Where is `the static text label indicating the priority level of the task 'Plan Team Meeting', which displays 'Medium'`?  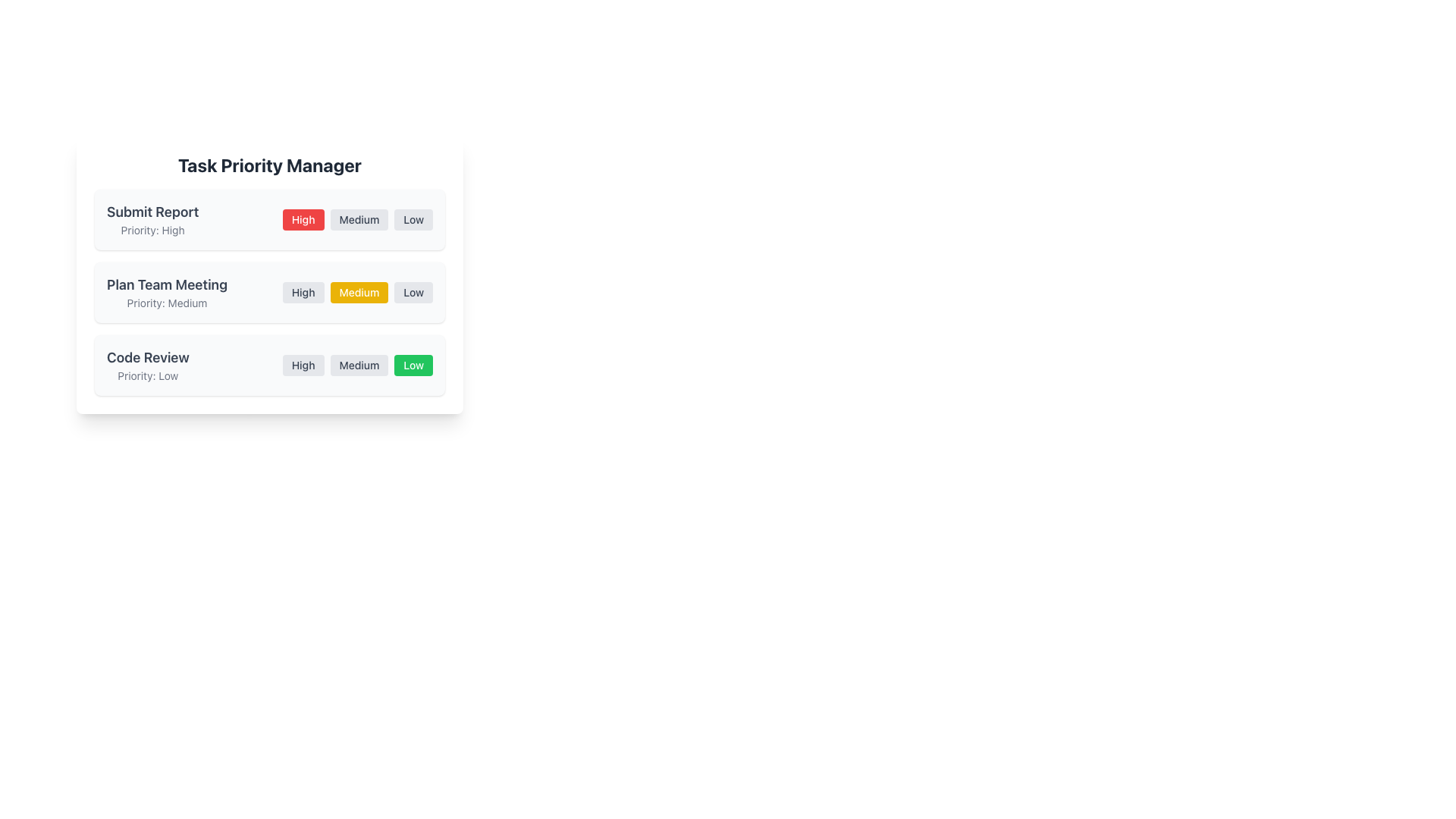
the static text label indicating the priority level of the task 'Plan Team Meeting', which displays 'Medium' is located at coordinates (167, 303).